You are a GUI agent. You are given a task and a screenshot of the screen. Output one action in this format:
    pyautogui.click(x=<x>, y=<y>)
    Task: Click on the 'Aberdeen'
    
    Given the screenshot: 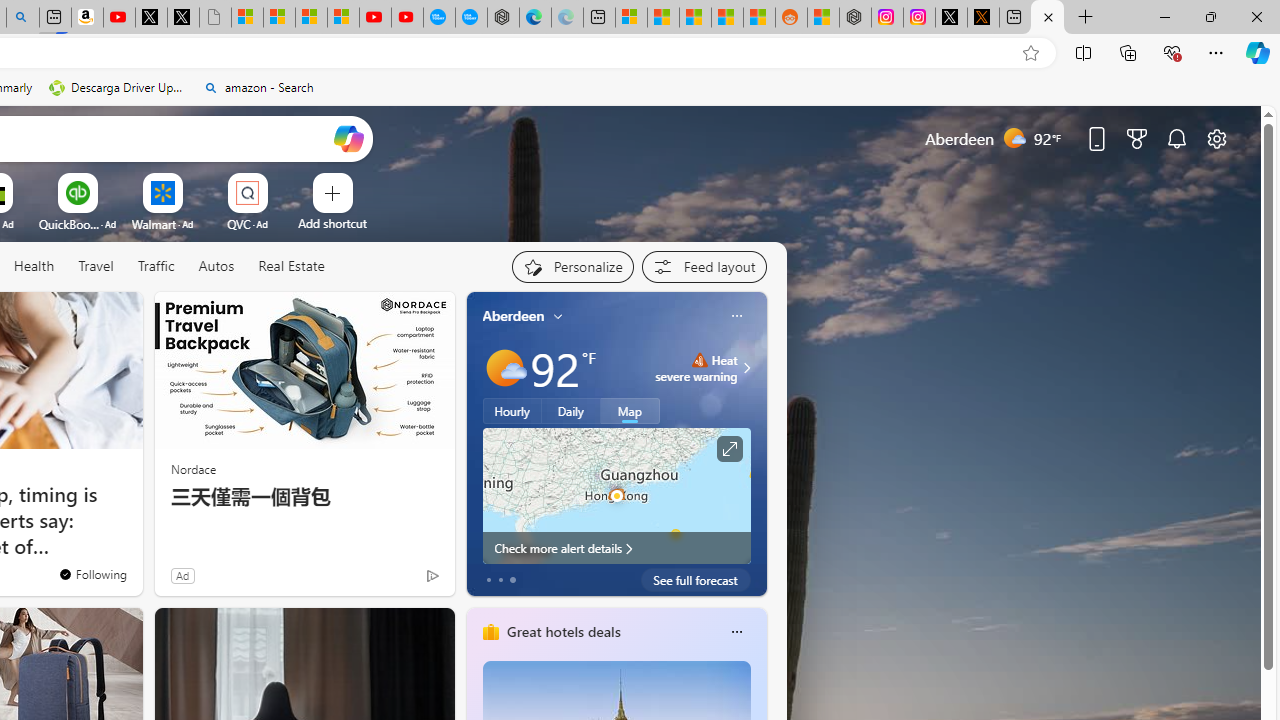 What is the action you would take?
    pyautogui.click(x=513, y=315)
    